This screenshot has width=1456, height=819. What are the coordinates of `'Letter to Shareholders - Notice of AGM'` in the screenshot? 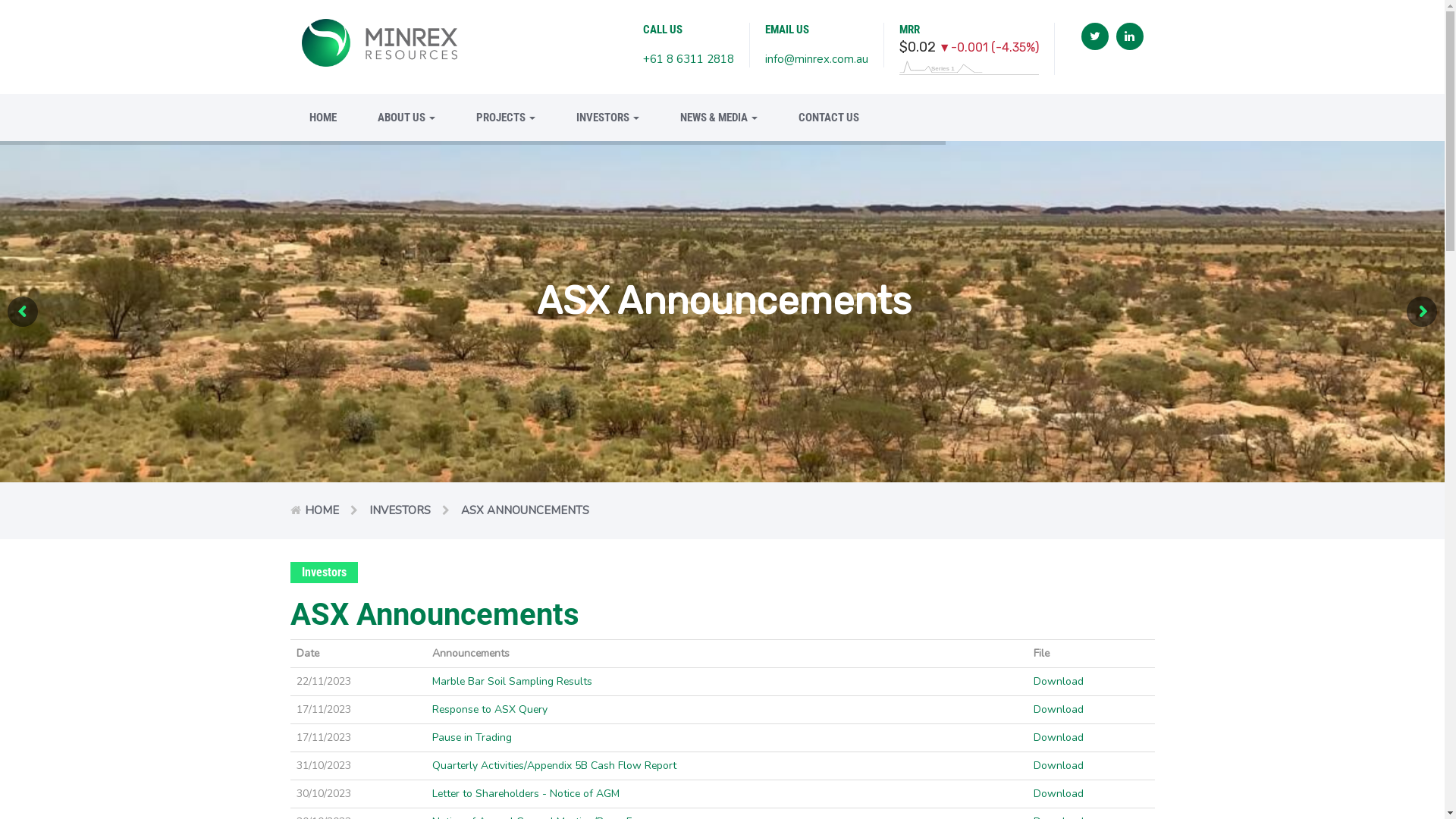 It's located at (526, 792).